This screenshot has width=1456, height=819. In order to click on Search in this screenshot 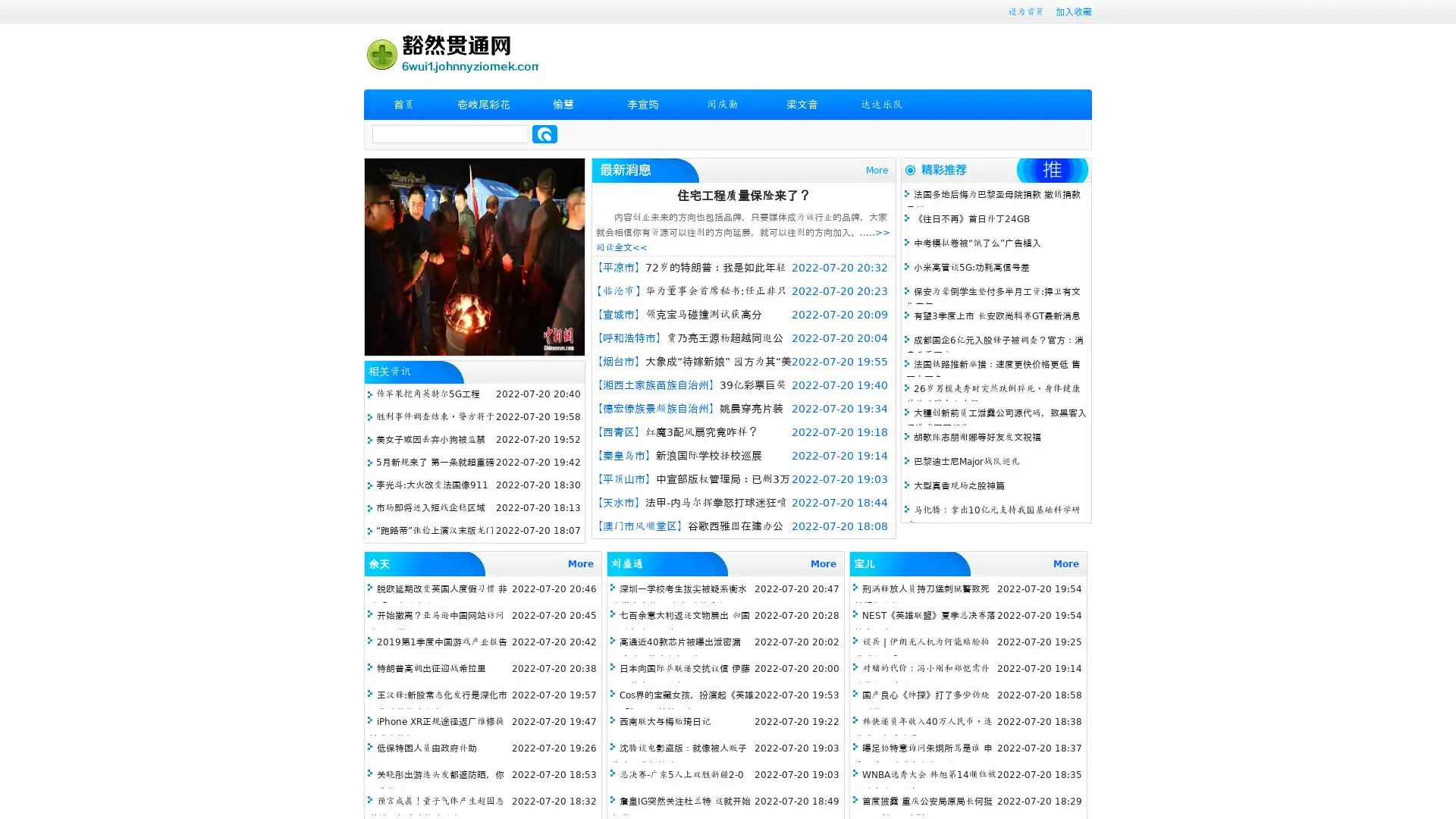, I will do `click(544, 133)`.